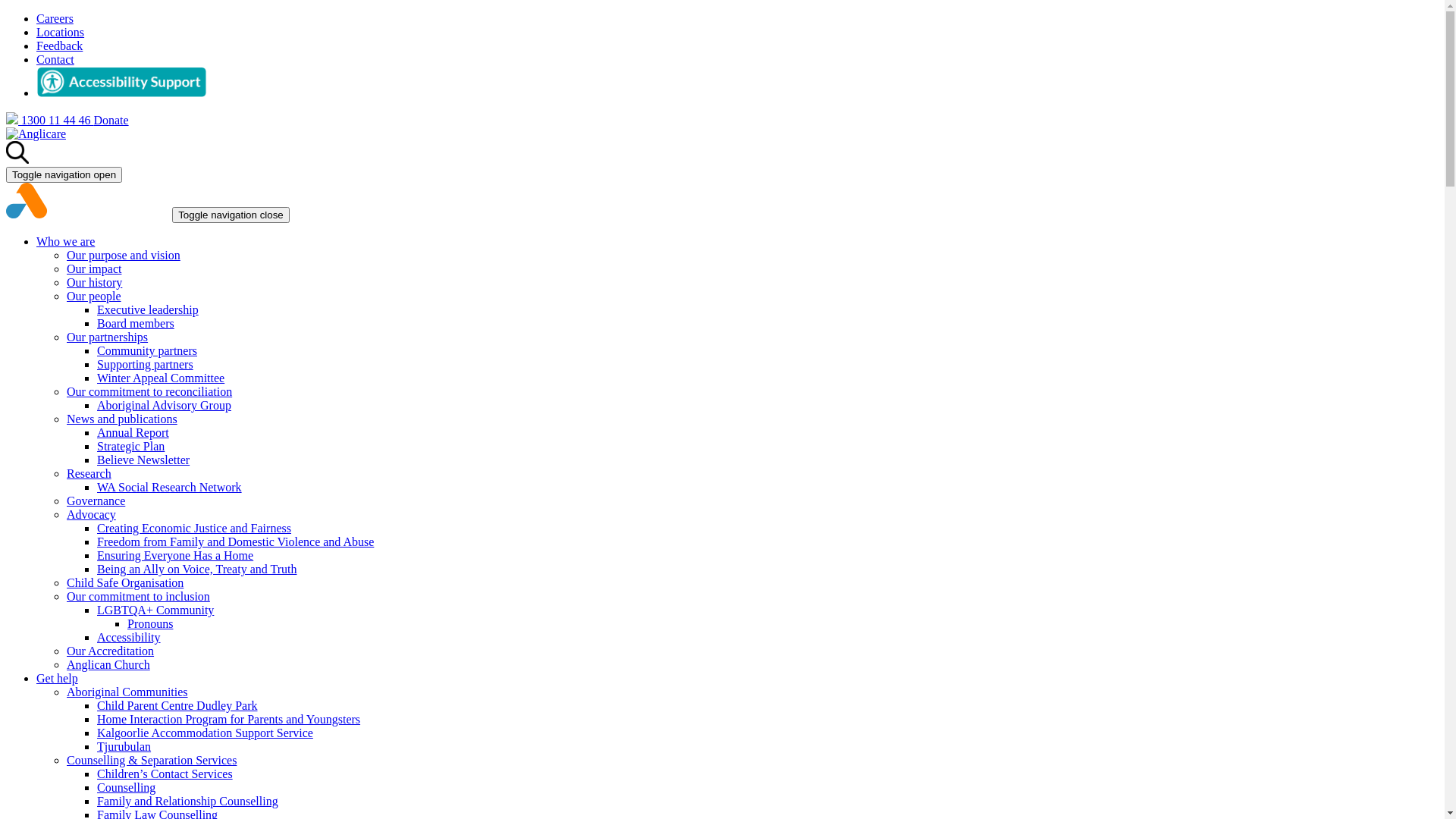 This screenshot has height=819, width=1456. Describe the element at coordinates (164, 404) in the screenshot. I see `'Aboriginal Advisory Group'` at that location.